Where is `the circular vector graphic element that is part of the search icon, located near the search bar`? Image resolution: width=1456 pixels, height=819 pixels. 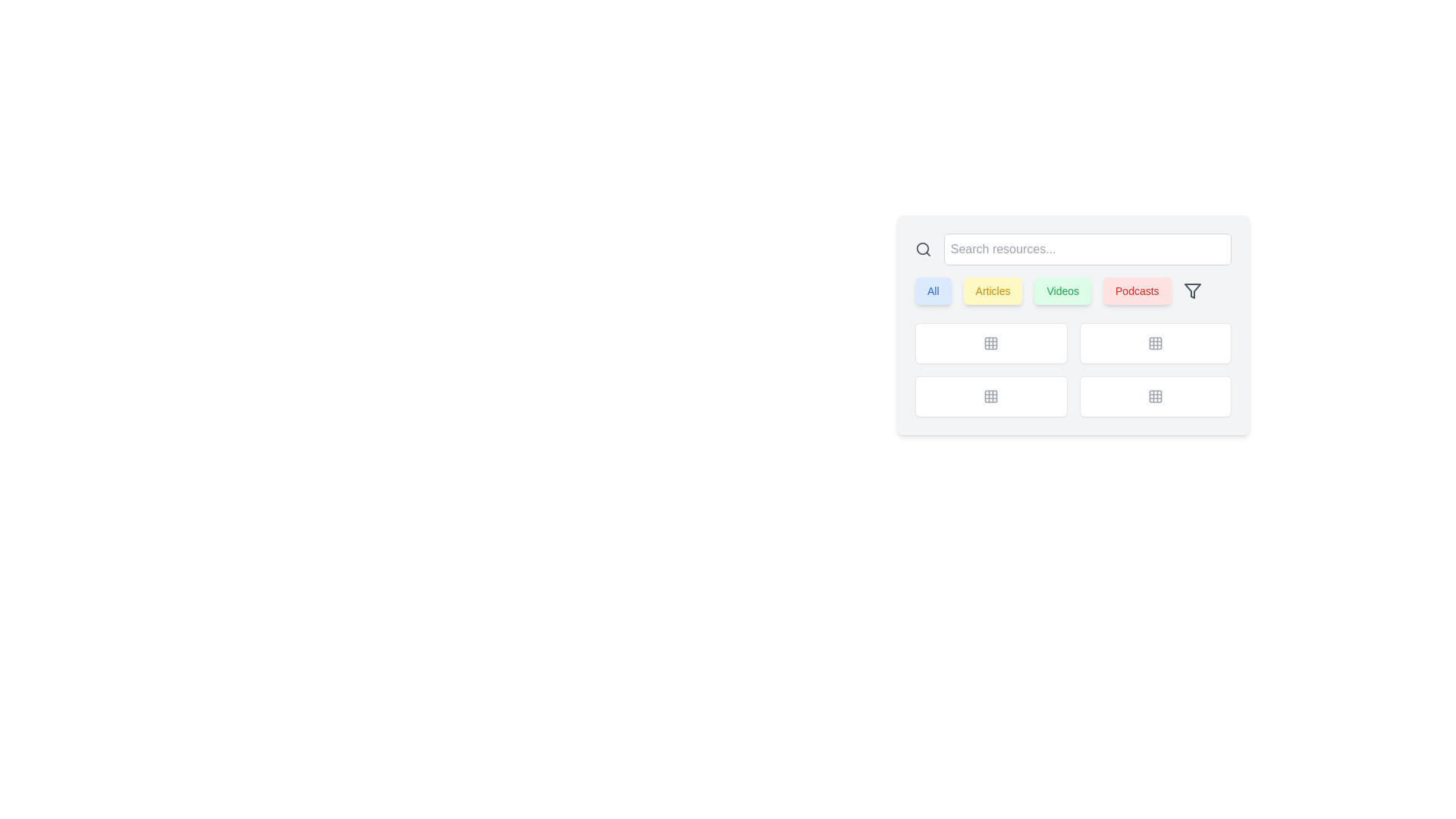
the circular vector graphic element that is part of the search icon, located near the search bar is located at coordinates (921, 248).